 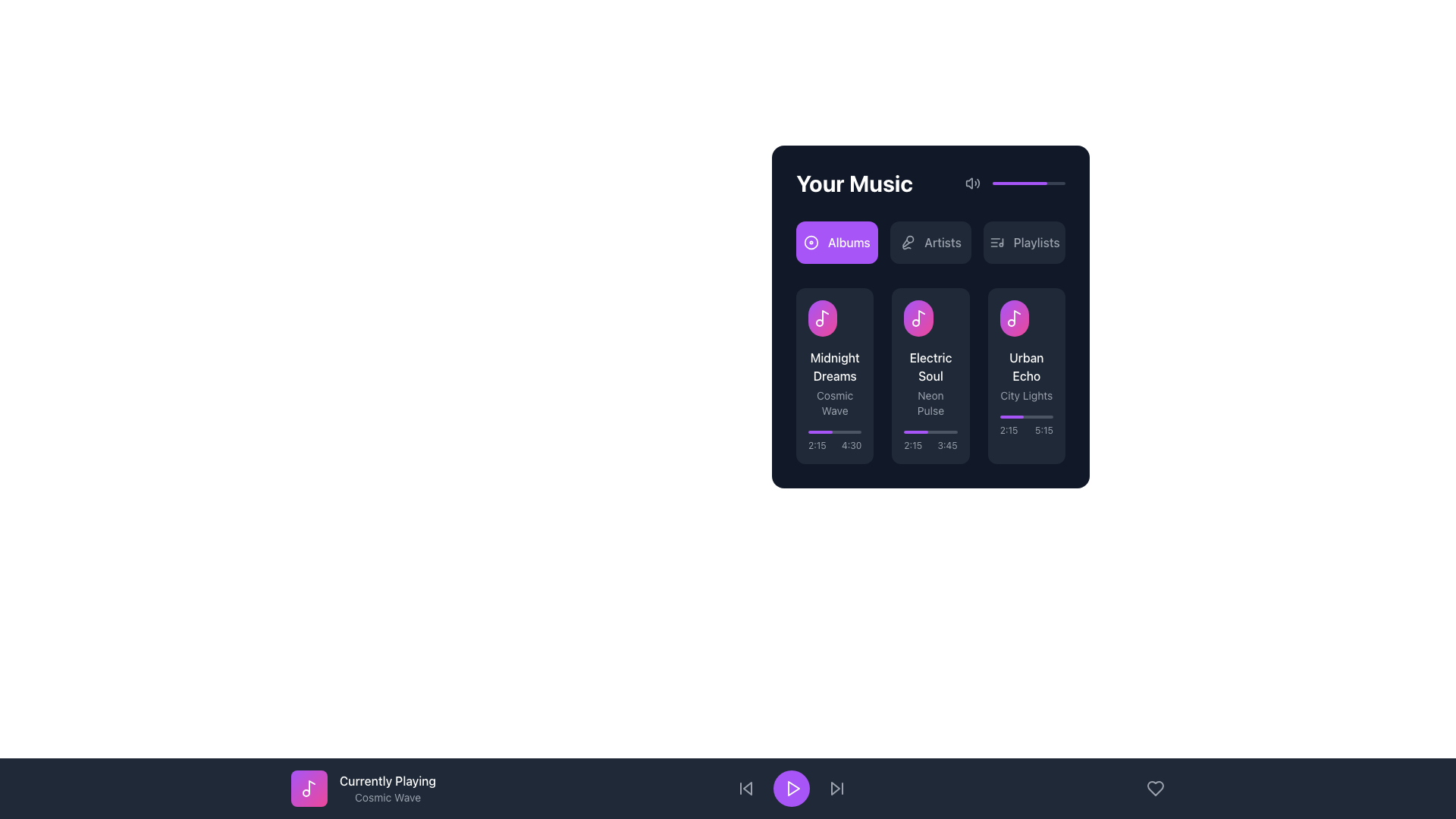 What do you see at coordinates (1036, 242) in the screenshot?
I see `the 'Playlists' navigation tab located in the top-right of the 'Your Music' section` at bounding box center [1036, 242].